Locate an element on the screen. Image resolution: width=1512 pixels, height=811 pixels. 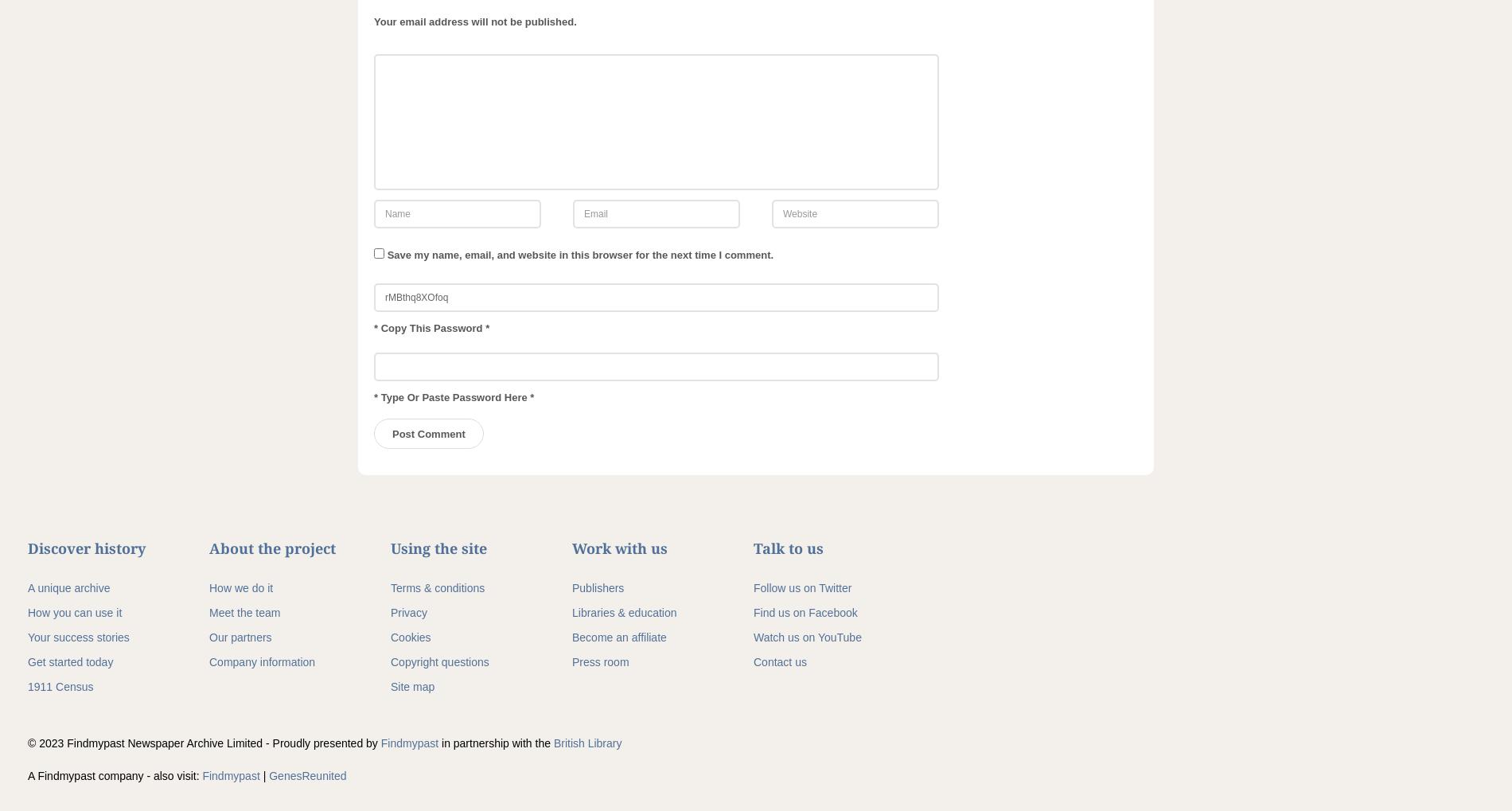
'Find us on Facebook' is located at coordinates (805, 611).